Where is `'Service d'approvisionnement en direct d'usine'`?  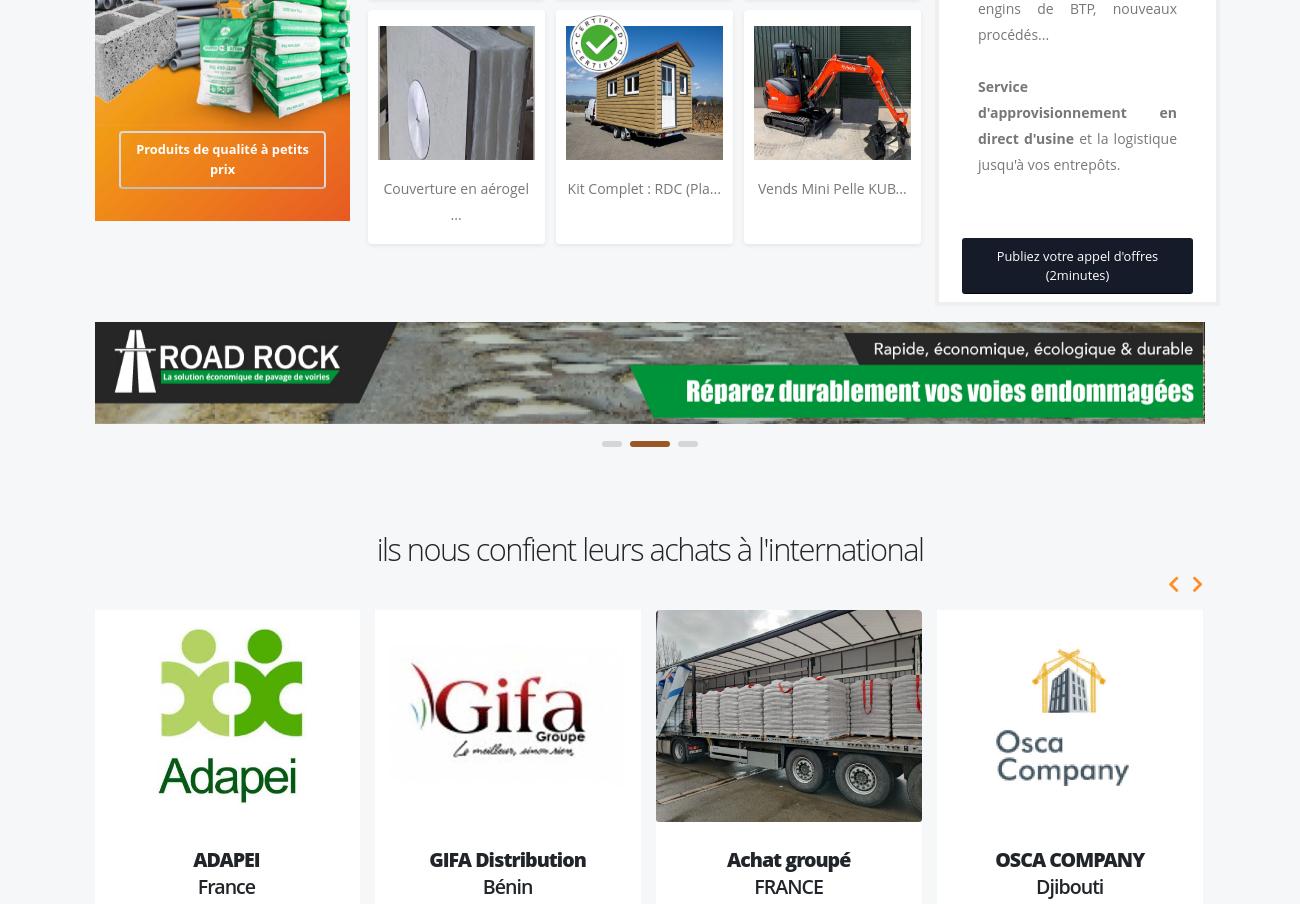
'Service d'approvisionnement en direct d'usine' is located at coordinates (1077, 111).